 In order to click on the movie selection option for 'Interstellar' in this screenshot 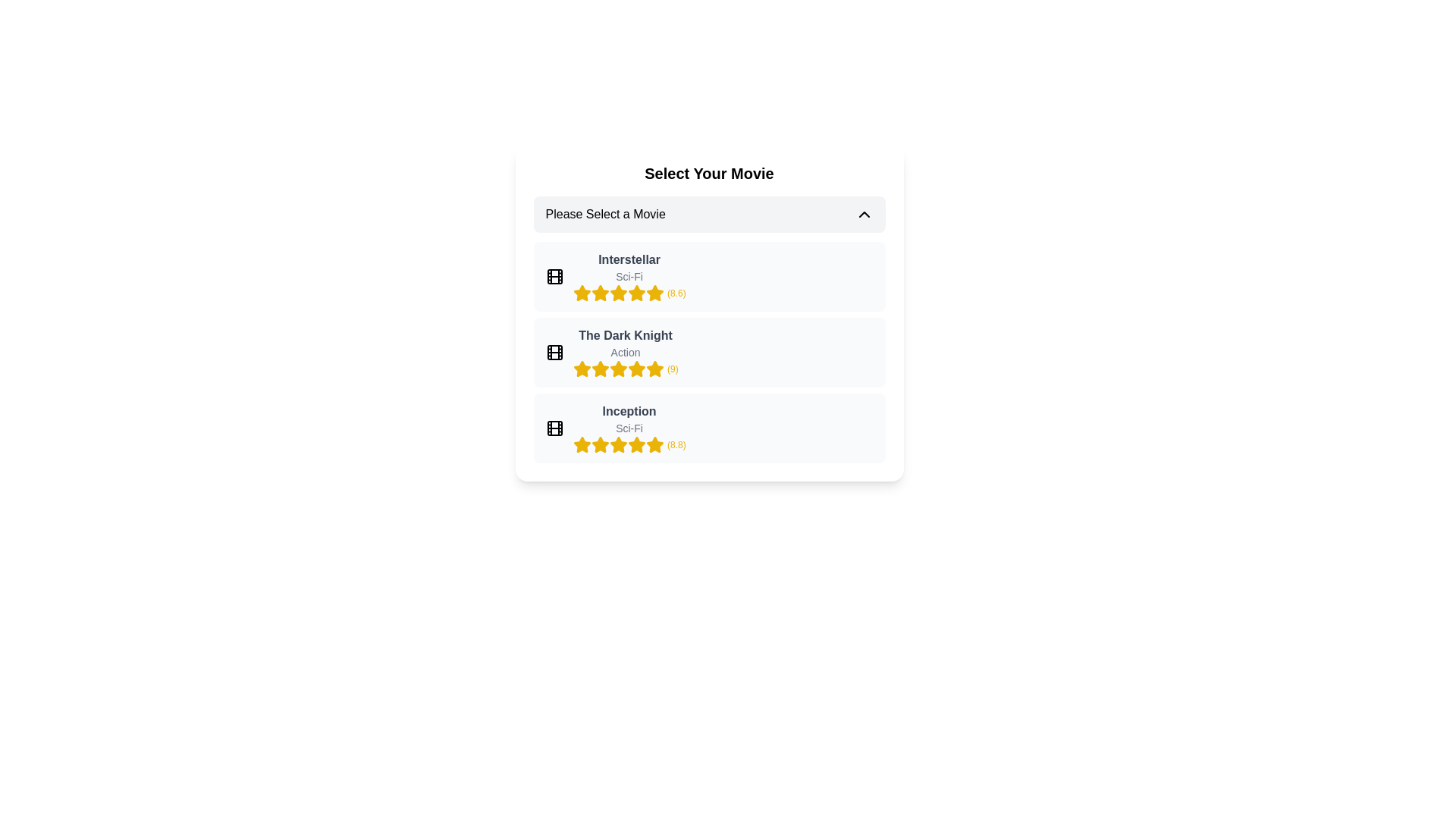, I will do `click(708, 277)`.